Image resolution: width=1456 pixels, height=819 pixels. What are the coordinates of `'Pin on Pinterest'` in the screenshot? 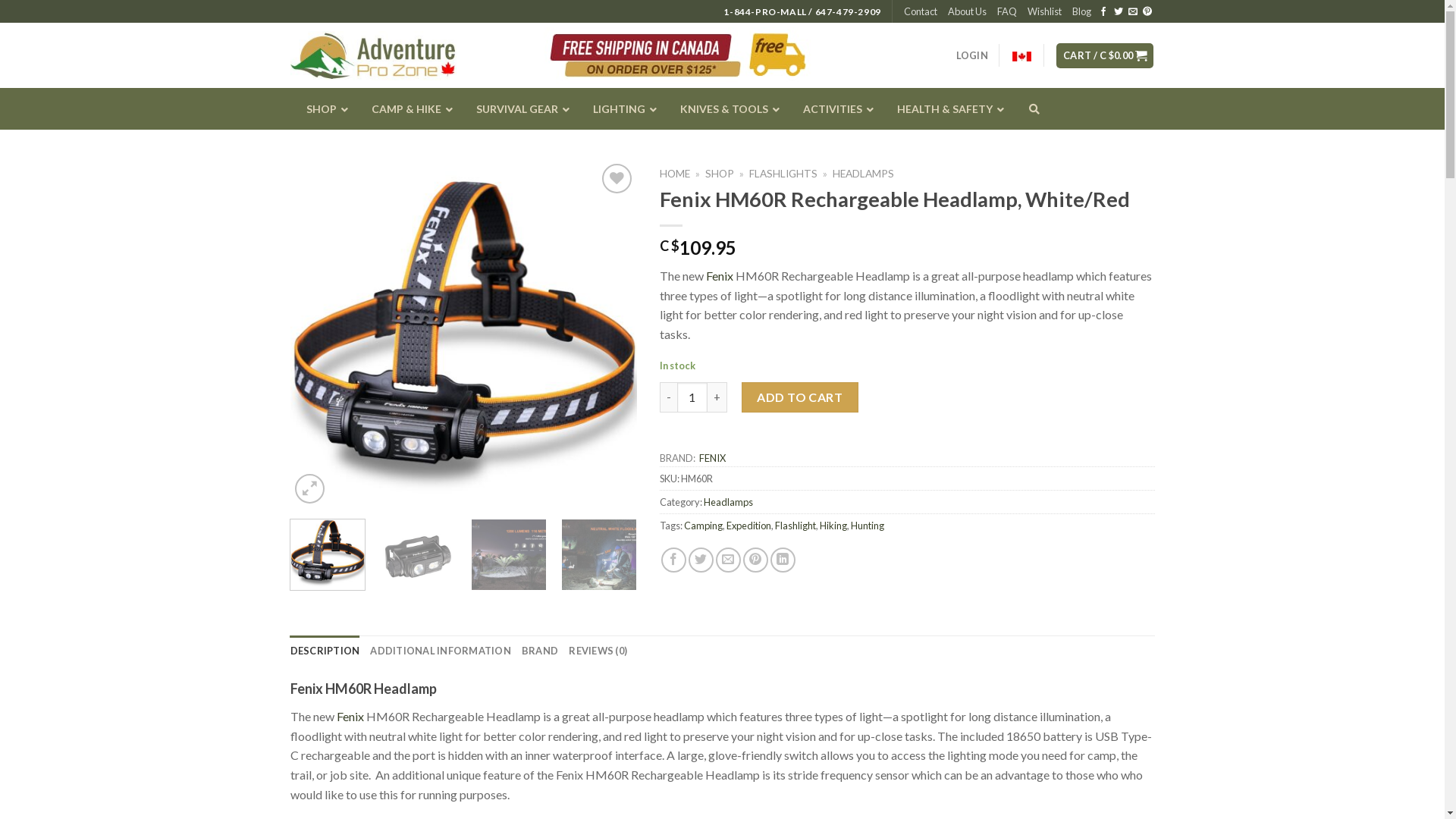 It's located at (755, 560).